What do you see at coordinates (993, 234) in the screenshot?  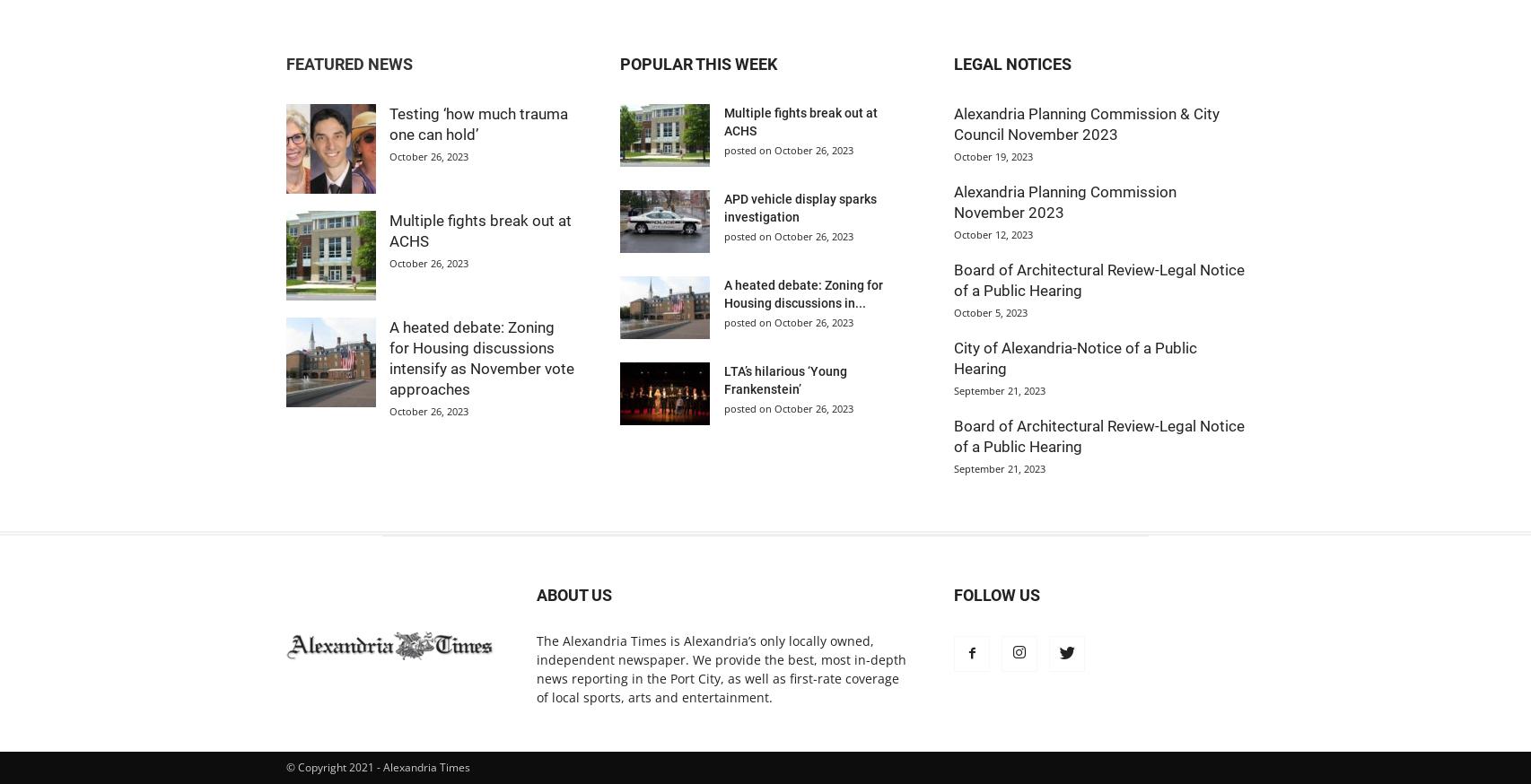 I see `'October 12, 2023'` at bounding box center [993, 234].